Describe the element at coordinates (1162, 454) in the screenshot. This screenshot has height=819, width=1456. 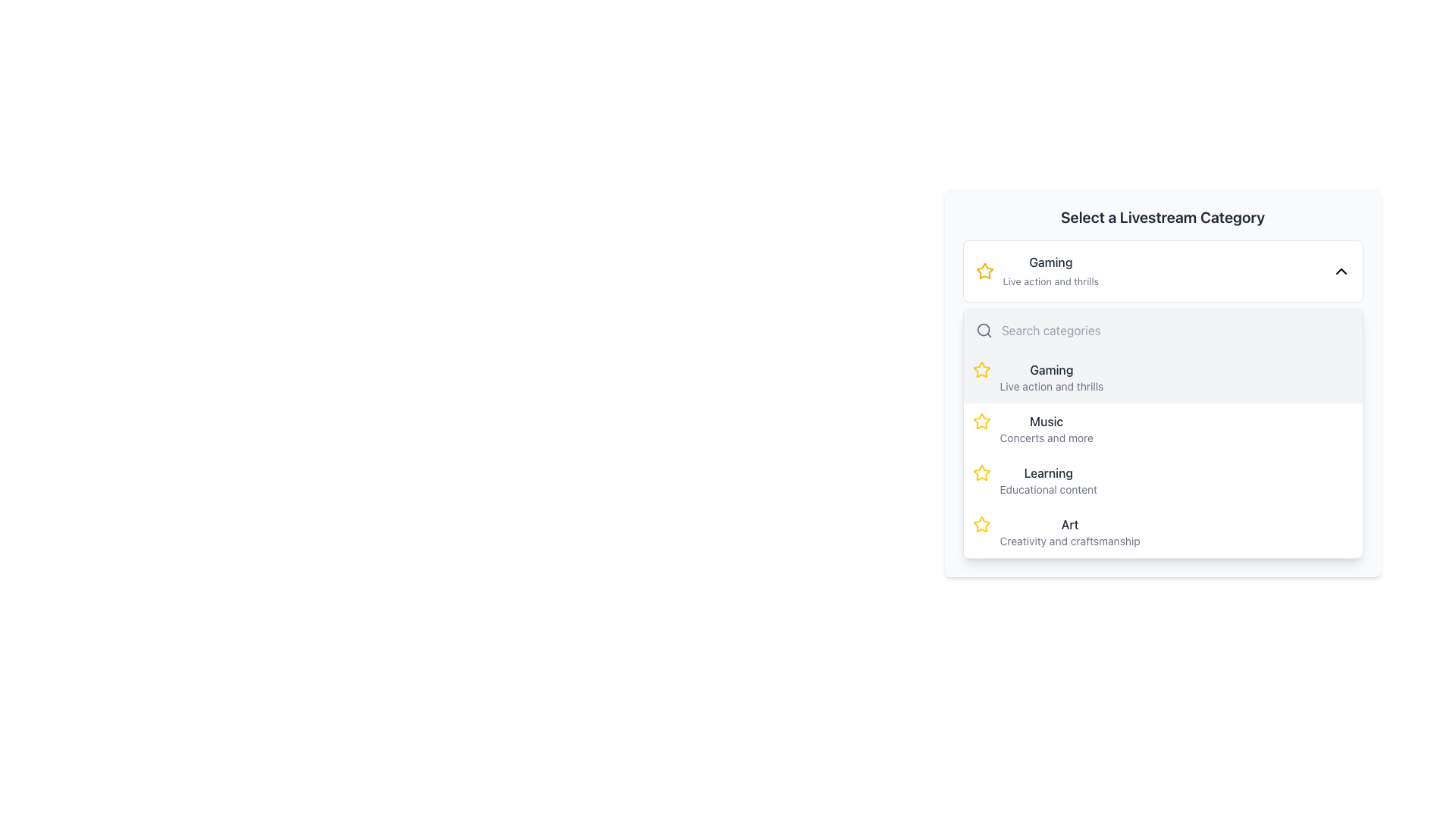
I see `the third list item in the dropdown menu, which represents the 'Learning' category, to trigger the hover effect` at that location.